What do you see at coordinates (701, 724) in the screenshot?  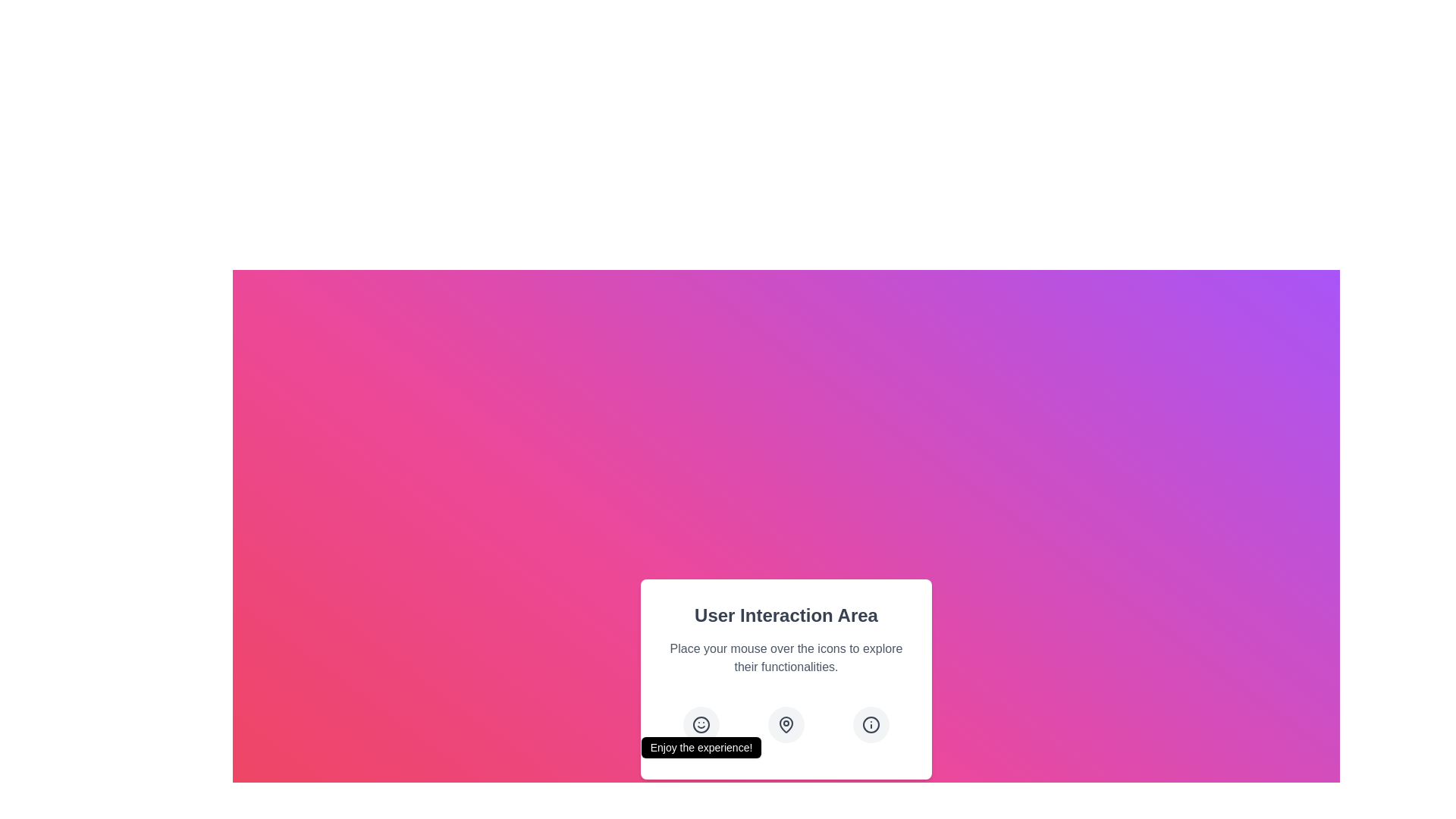 I see `the first circular button on the left in the 'User Interaction Area' that represents enjoyment, which is located above the tooltip 'Enjoy the experience!'` at bounding box center [701, 724].